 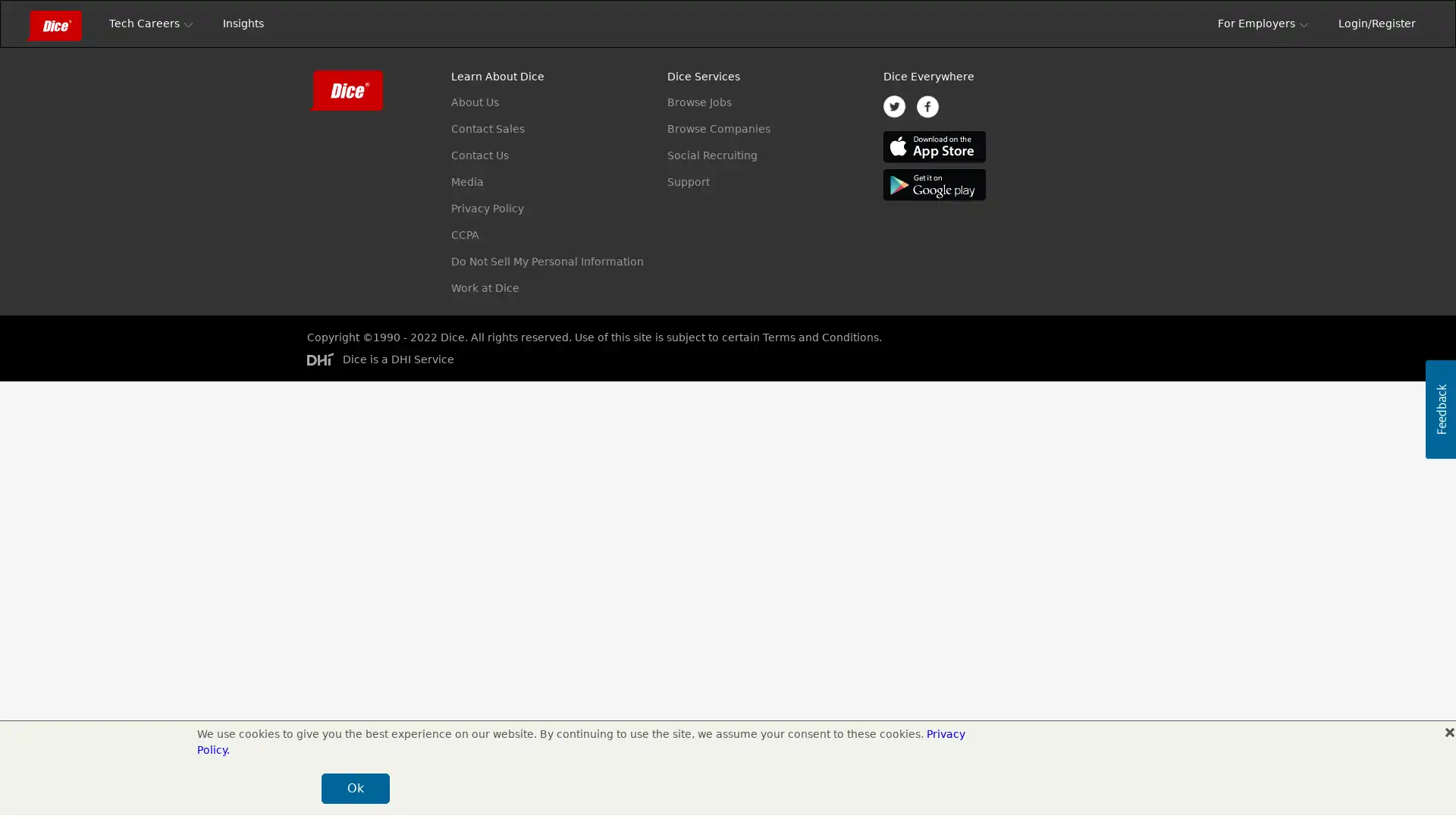 What do you see at coordinates (1099, 788) in the screenshot?
I see `Ok` at bounding box center [1099, 788].